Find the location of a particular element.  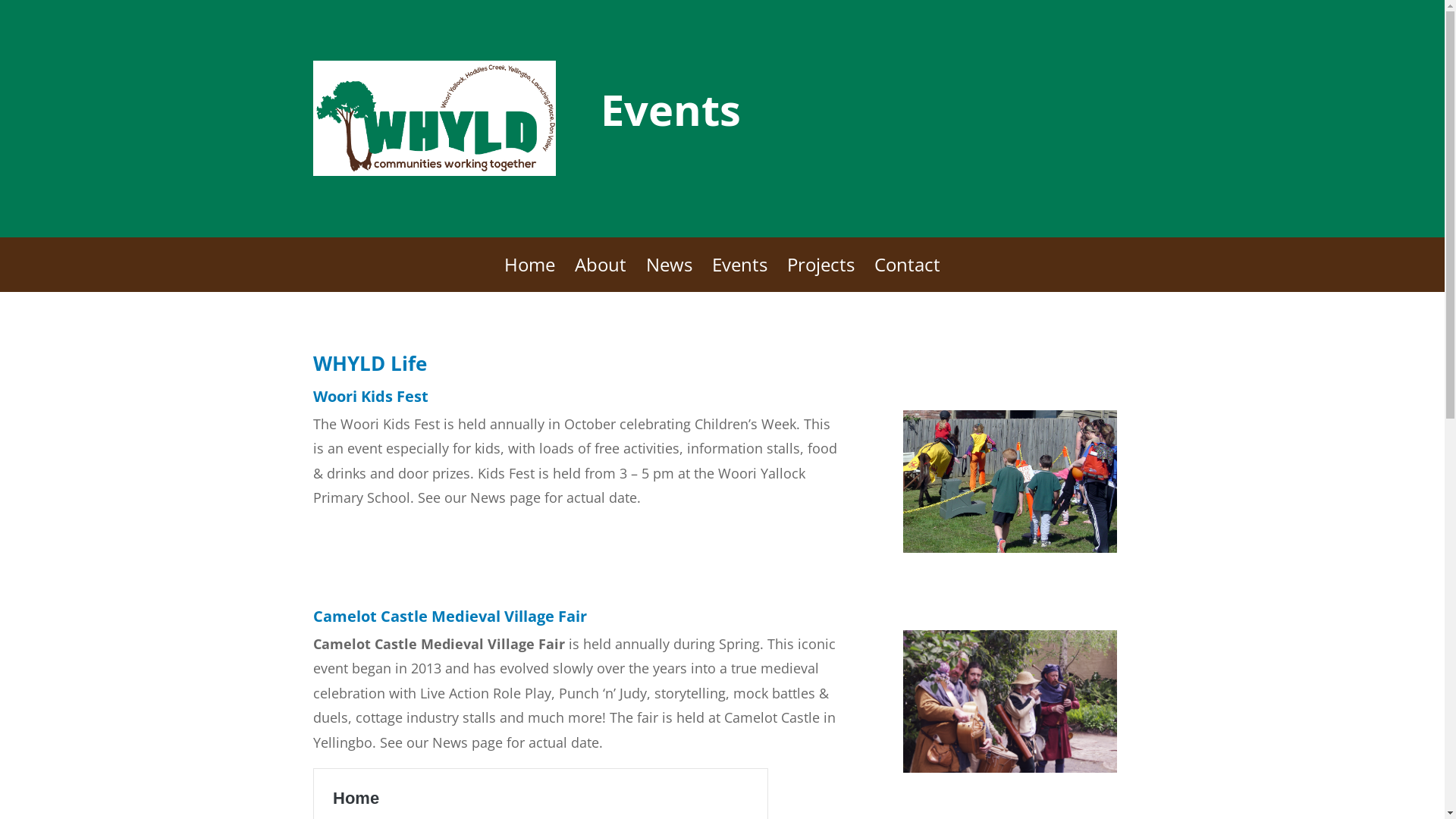

'Home' is located at coordinates (504, 275).